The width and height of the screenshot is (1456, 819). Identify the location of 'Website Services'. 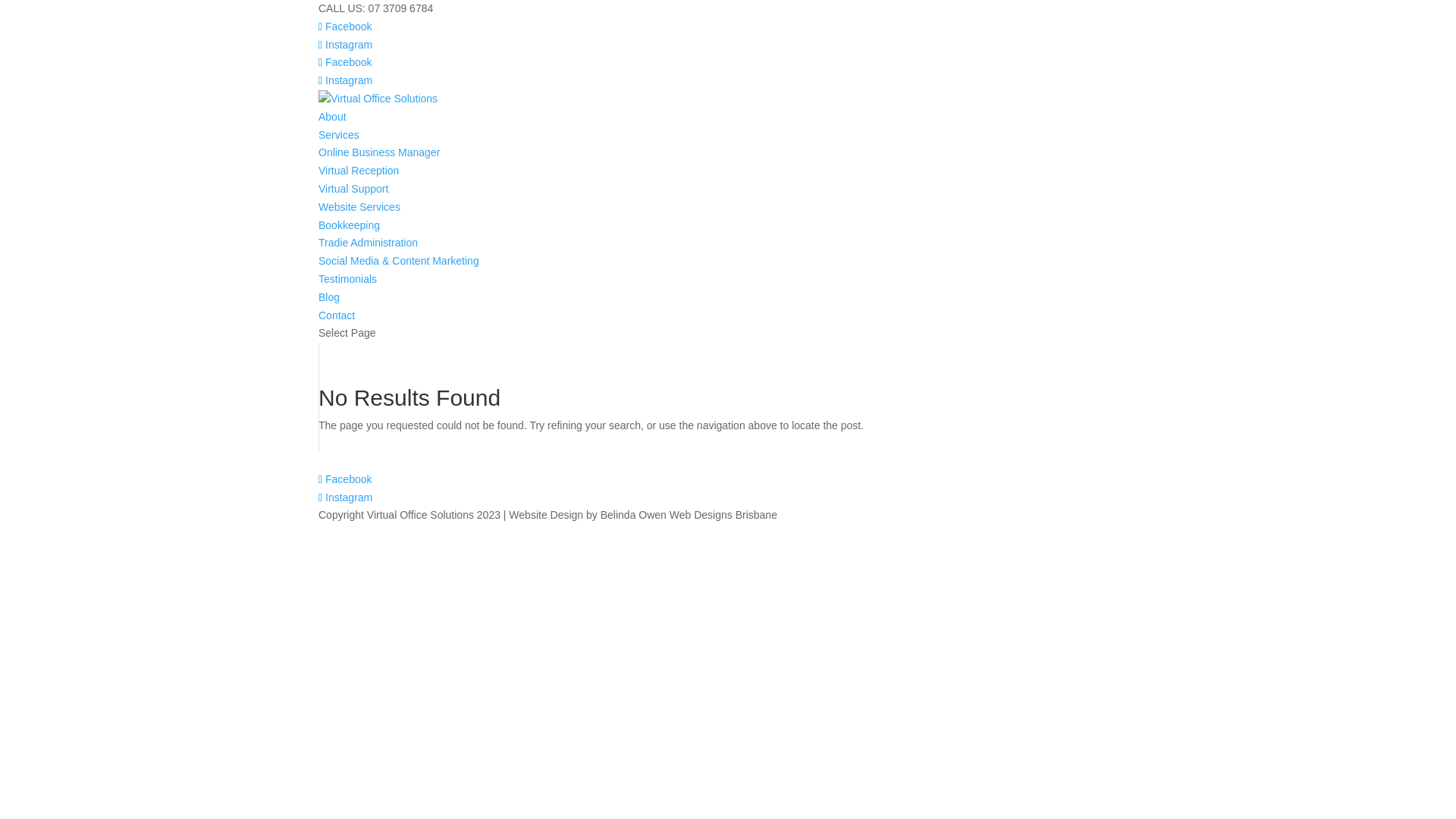
(359, 207).